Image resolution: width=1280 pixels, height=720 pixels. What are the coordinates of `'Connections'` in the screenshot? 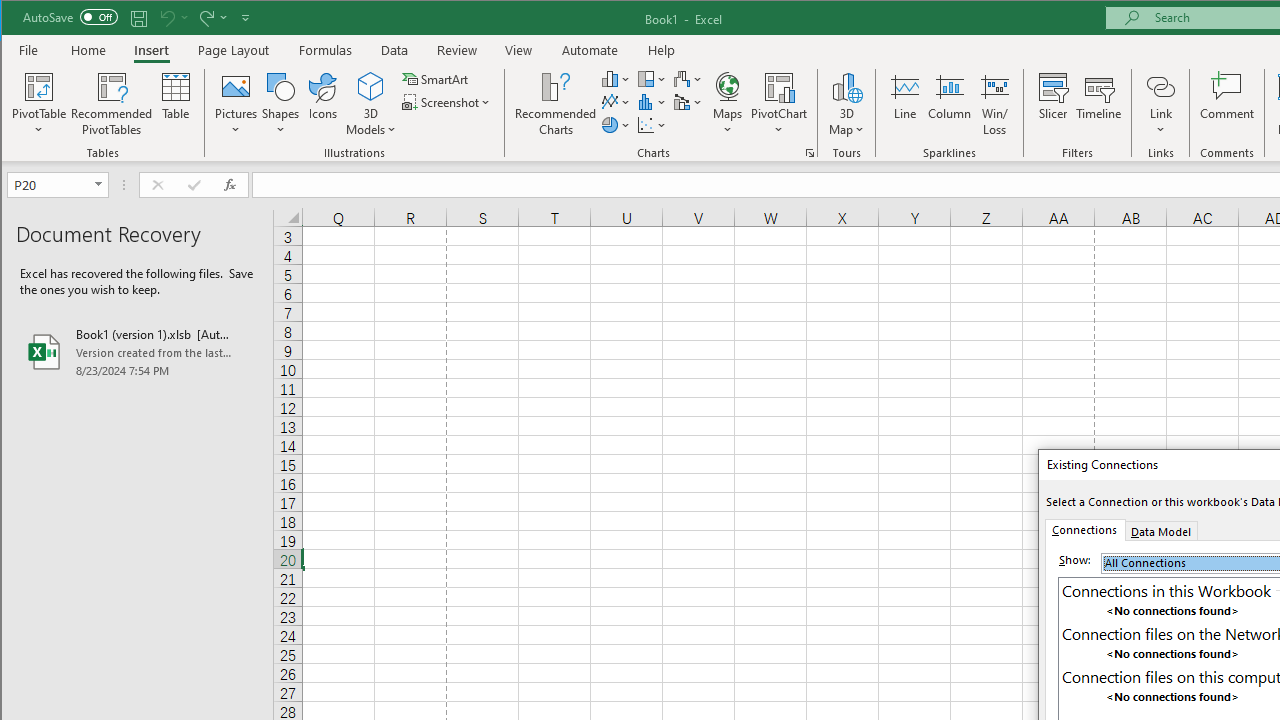 It's located at (1083, 528).